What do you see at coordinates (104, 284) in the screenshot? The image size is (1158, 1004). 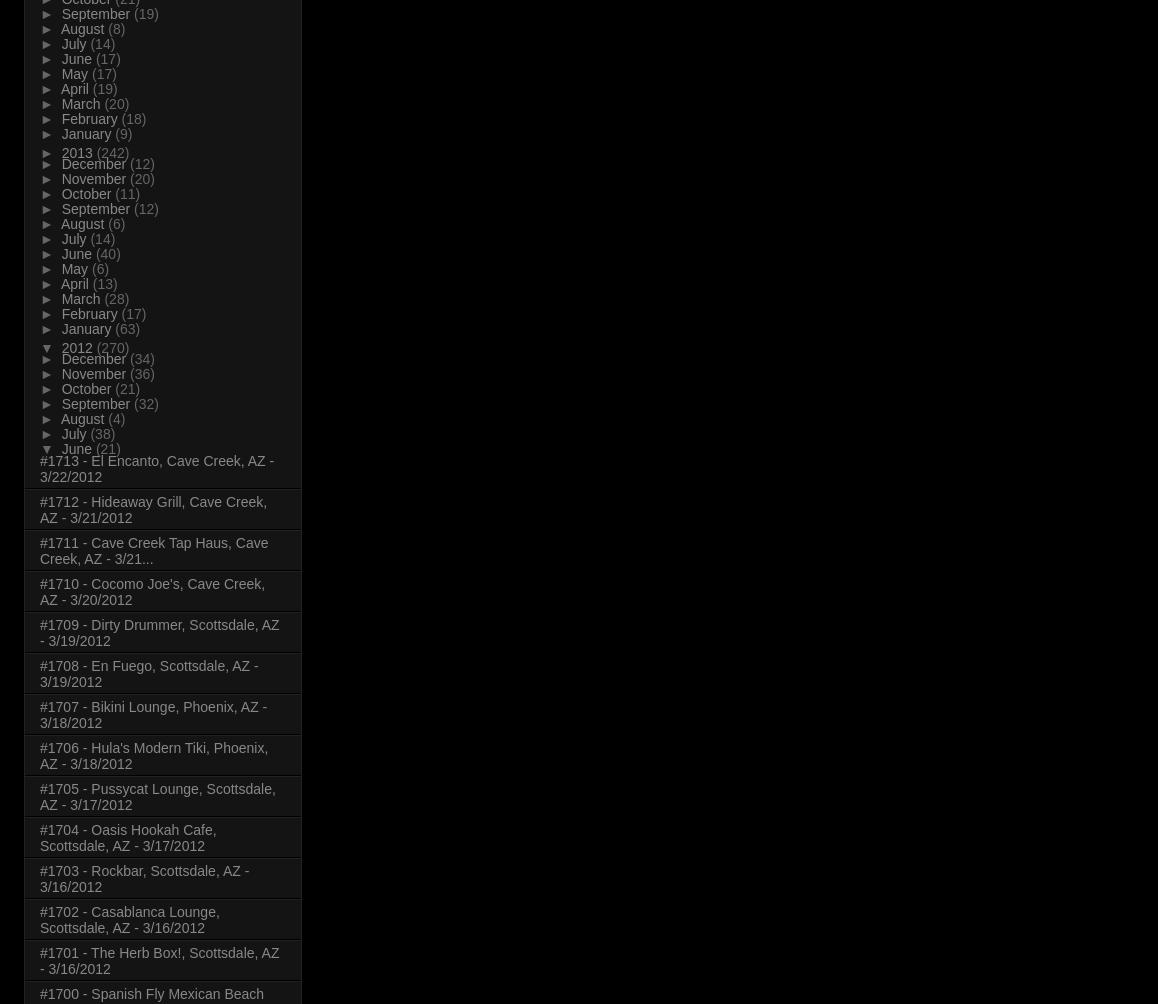 I see `'(13)'` at bounding box center [104, 284].